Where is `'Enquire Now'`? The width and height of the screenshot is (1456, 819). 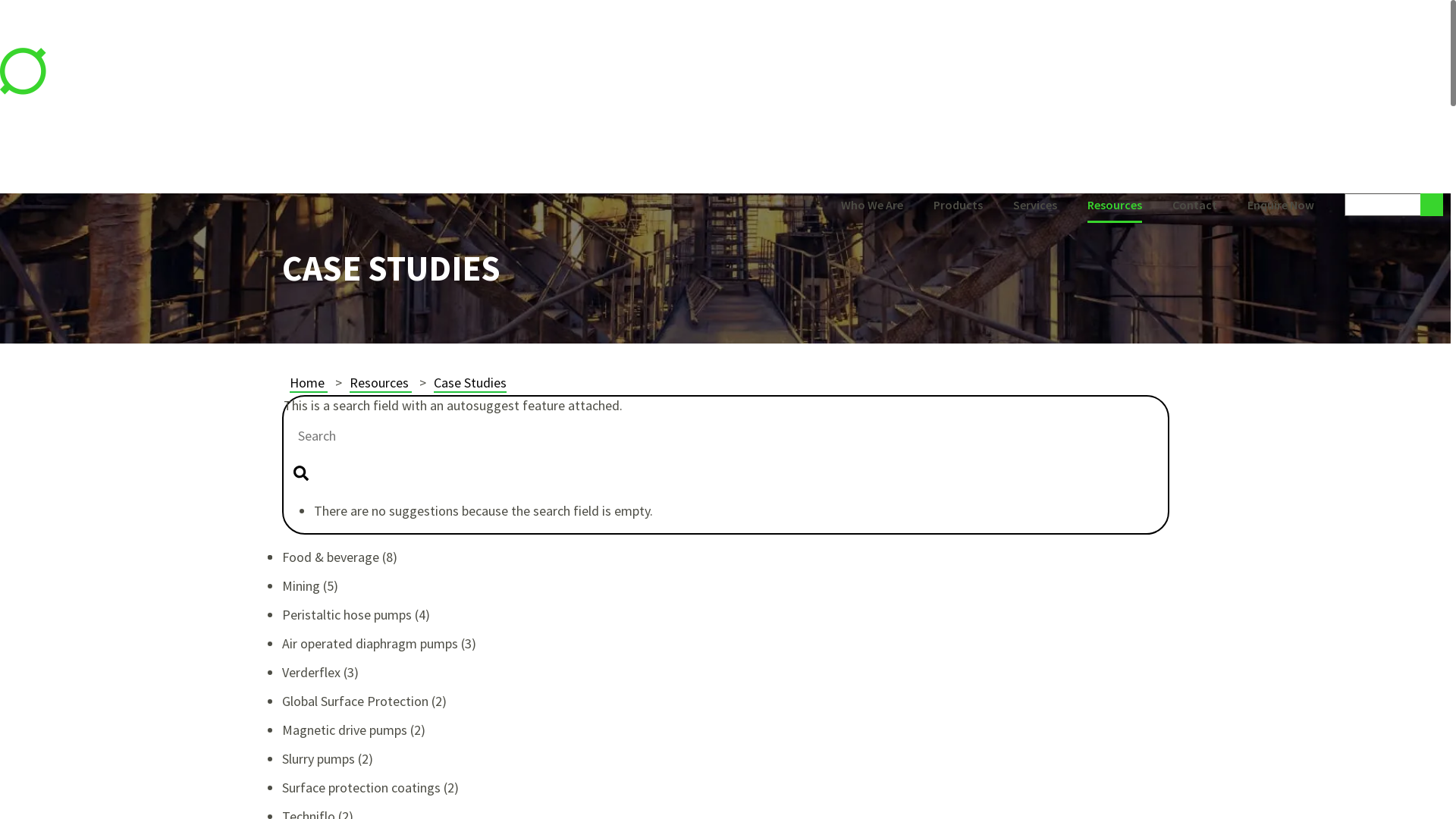
'Enquire Now' is located at coordinates (1280, 206).